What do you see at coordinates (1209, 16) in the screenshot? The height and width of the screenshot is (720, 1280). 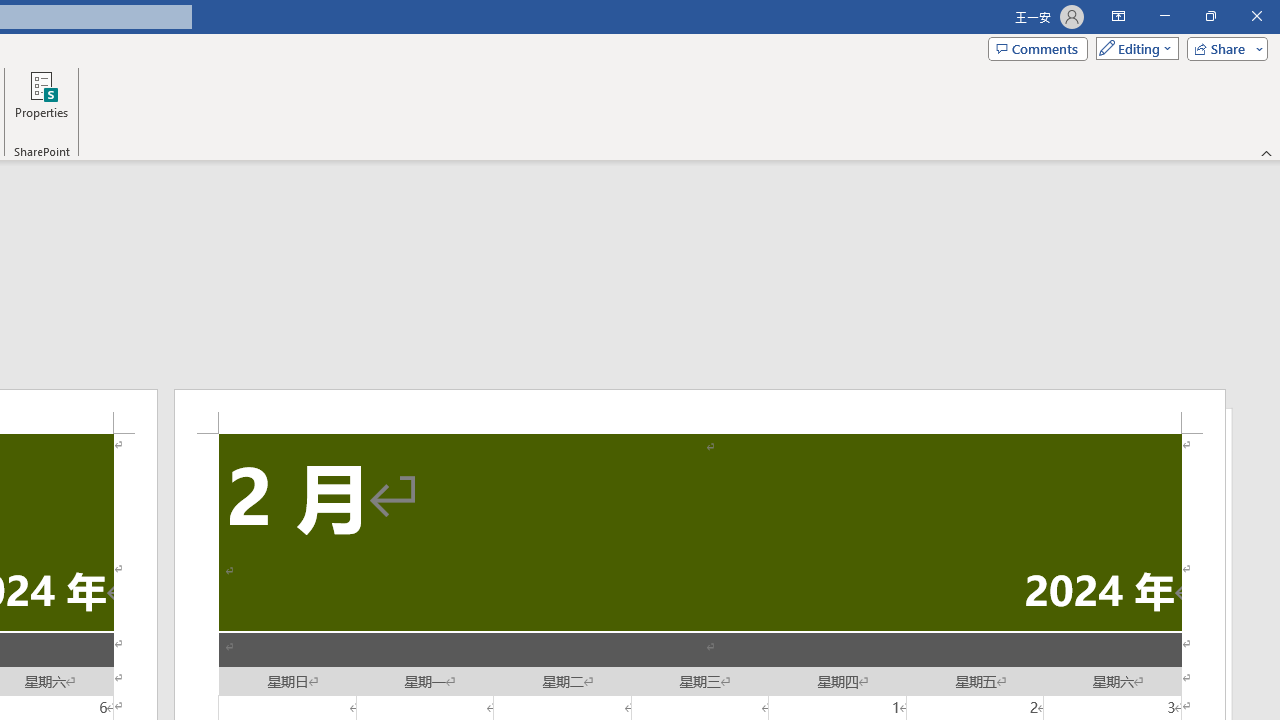 I see `'Restore Down'` at bounding box center [1209, 16].